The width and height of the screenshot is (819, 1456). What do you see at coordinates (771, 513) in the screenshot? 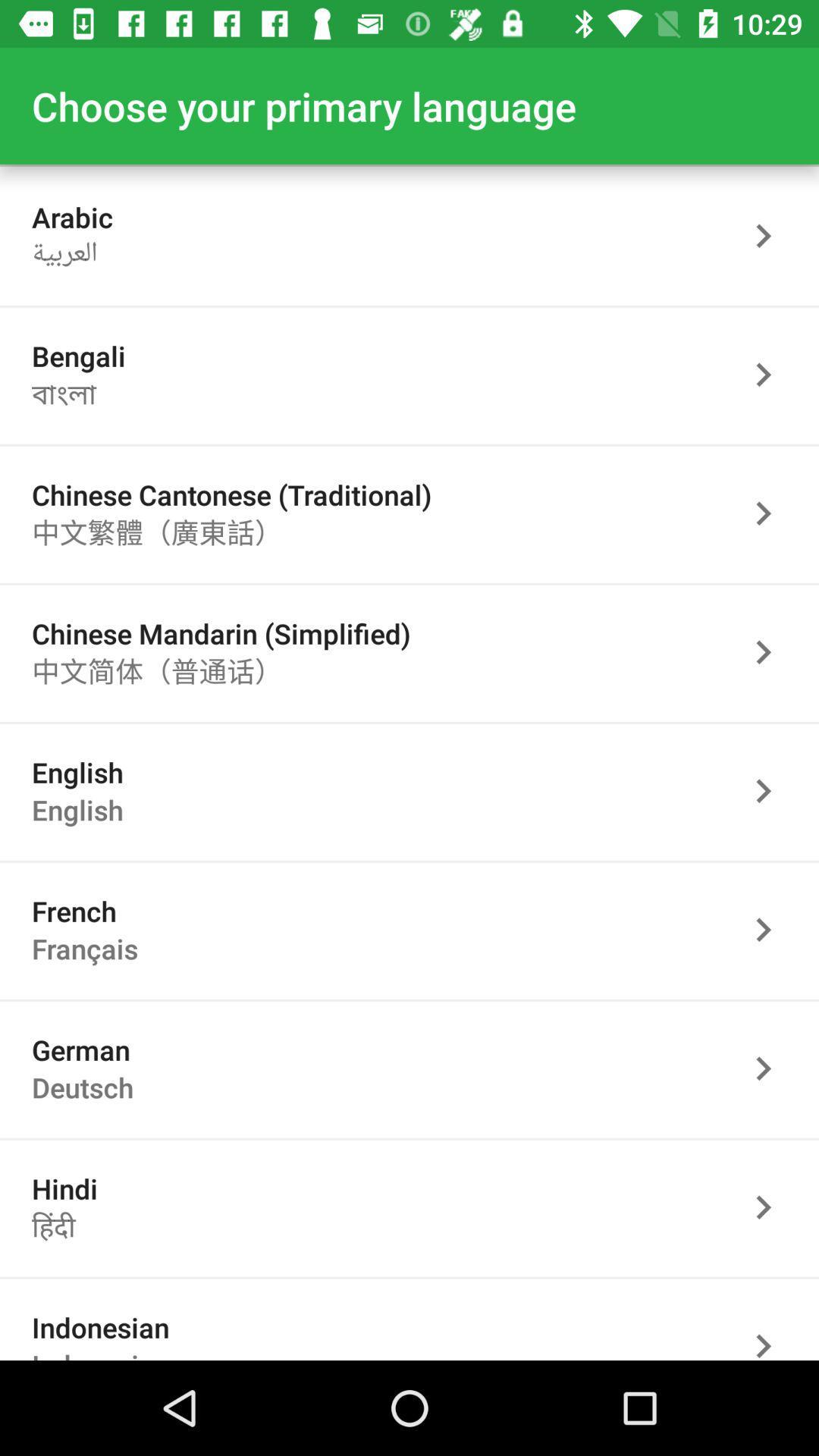
I see `go next page` at bounding box center [771, 513].